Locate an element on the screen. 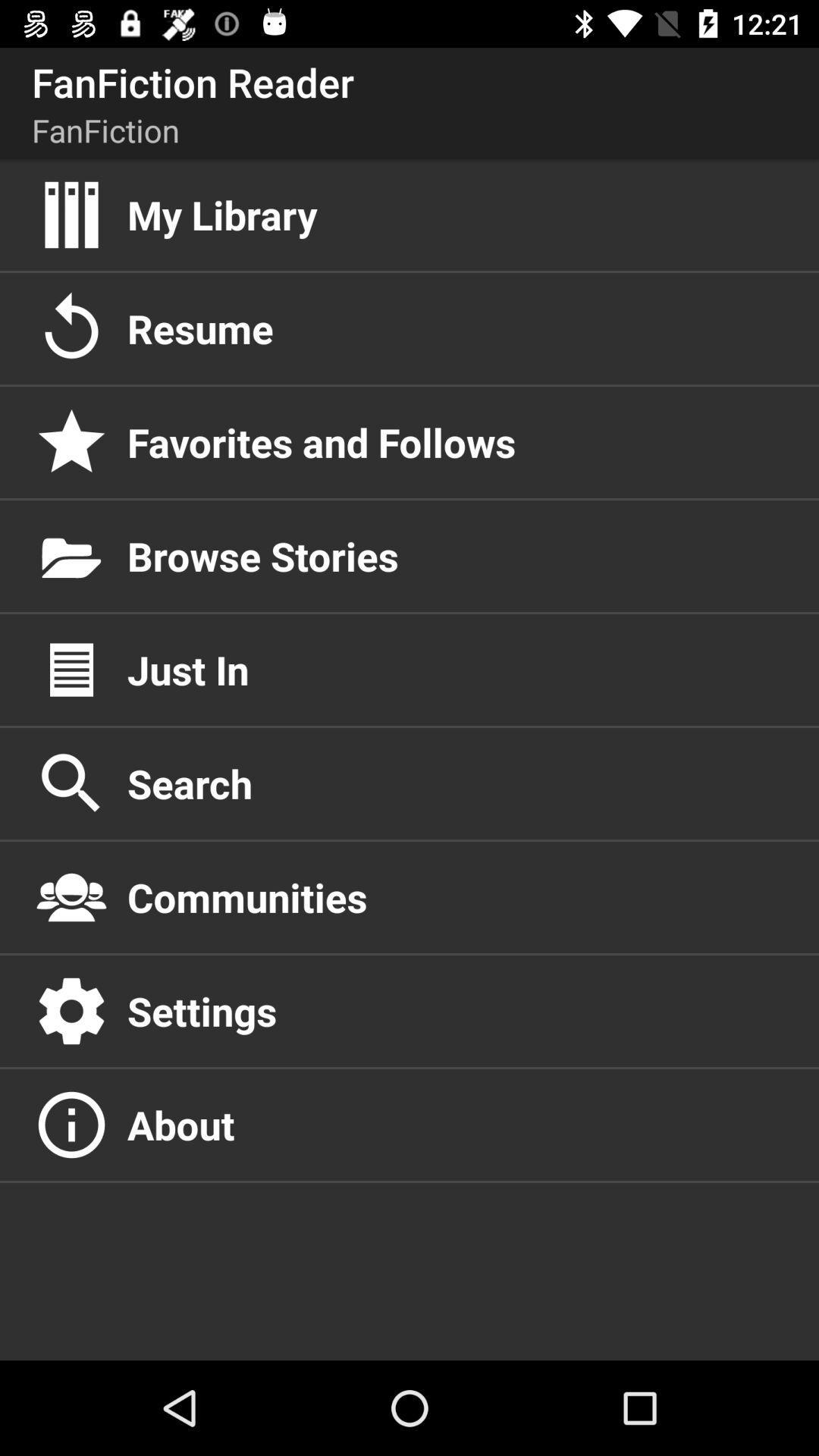 This screenshot has height=1456, width=819. my library is located at coordinates (456, 214).